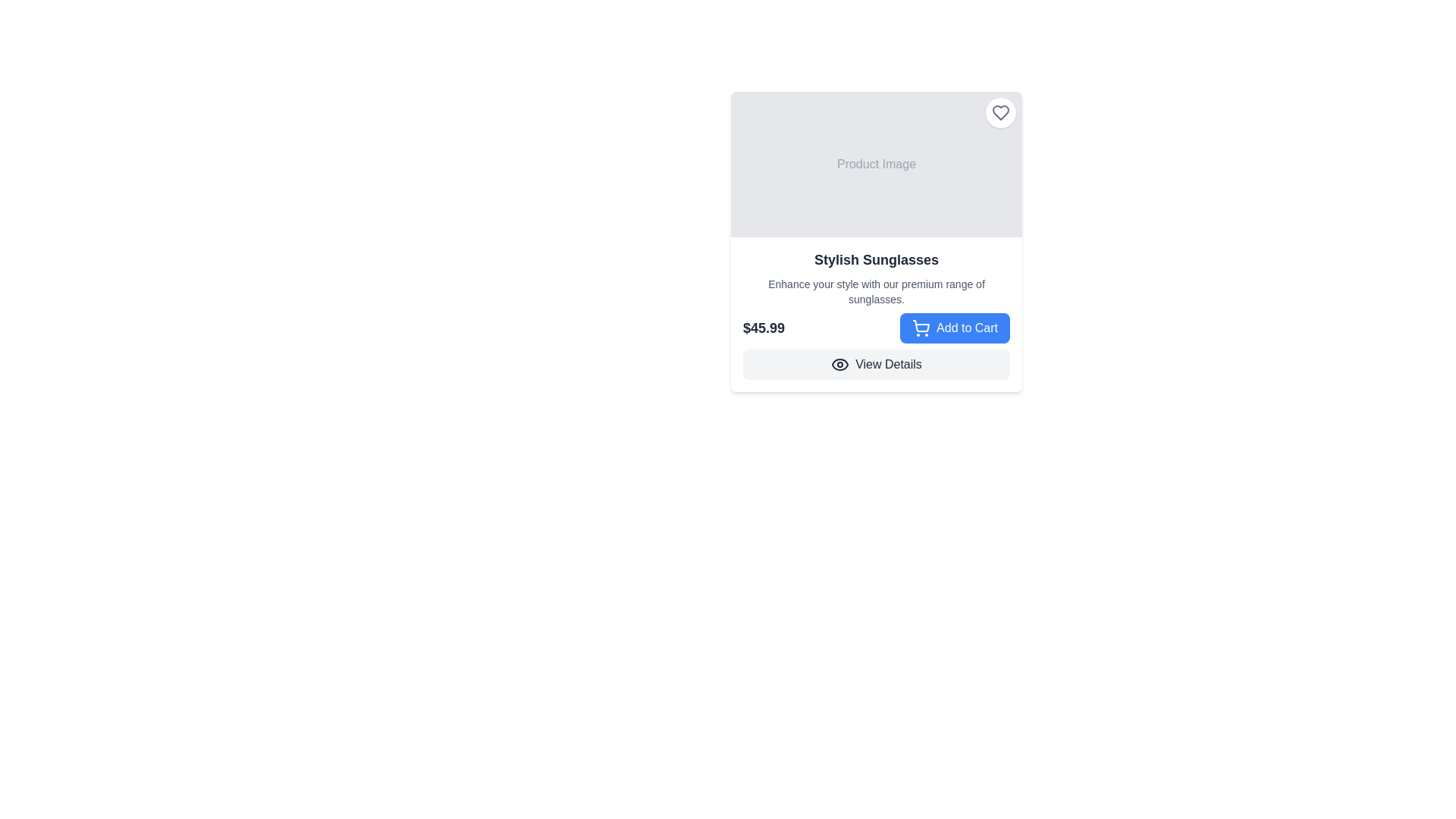 This screenshot has width=1456, height=819. What do you see at coordinates (877, 164) in the screenshot?
I see `the placeholder or image display area for the product in the e-commerce card layout, located above the title 'Stylish Sunglasses'` at bounding box center [877, 164].